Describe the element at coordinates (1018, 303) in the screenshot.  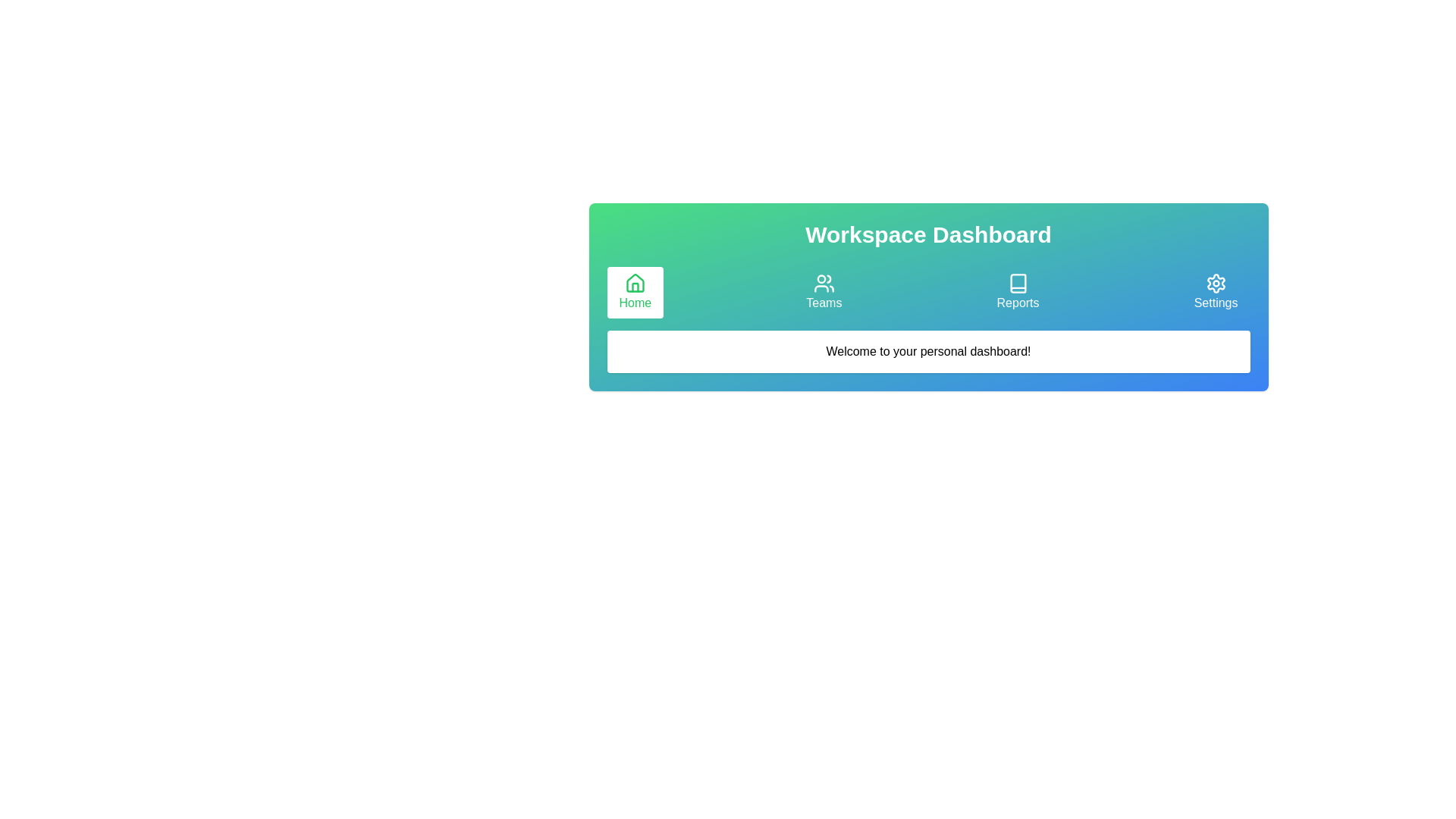
I see `the 'Reports' text label located in the navigation toolbar, which provides a textual indication of the button's action, positioned underneath the book icon` at that location.